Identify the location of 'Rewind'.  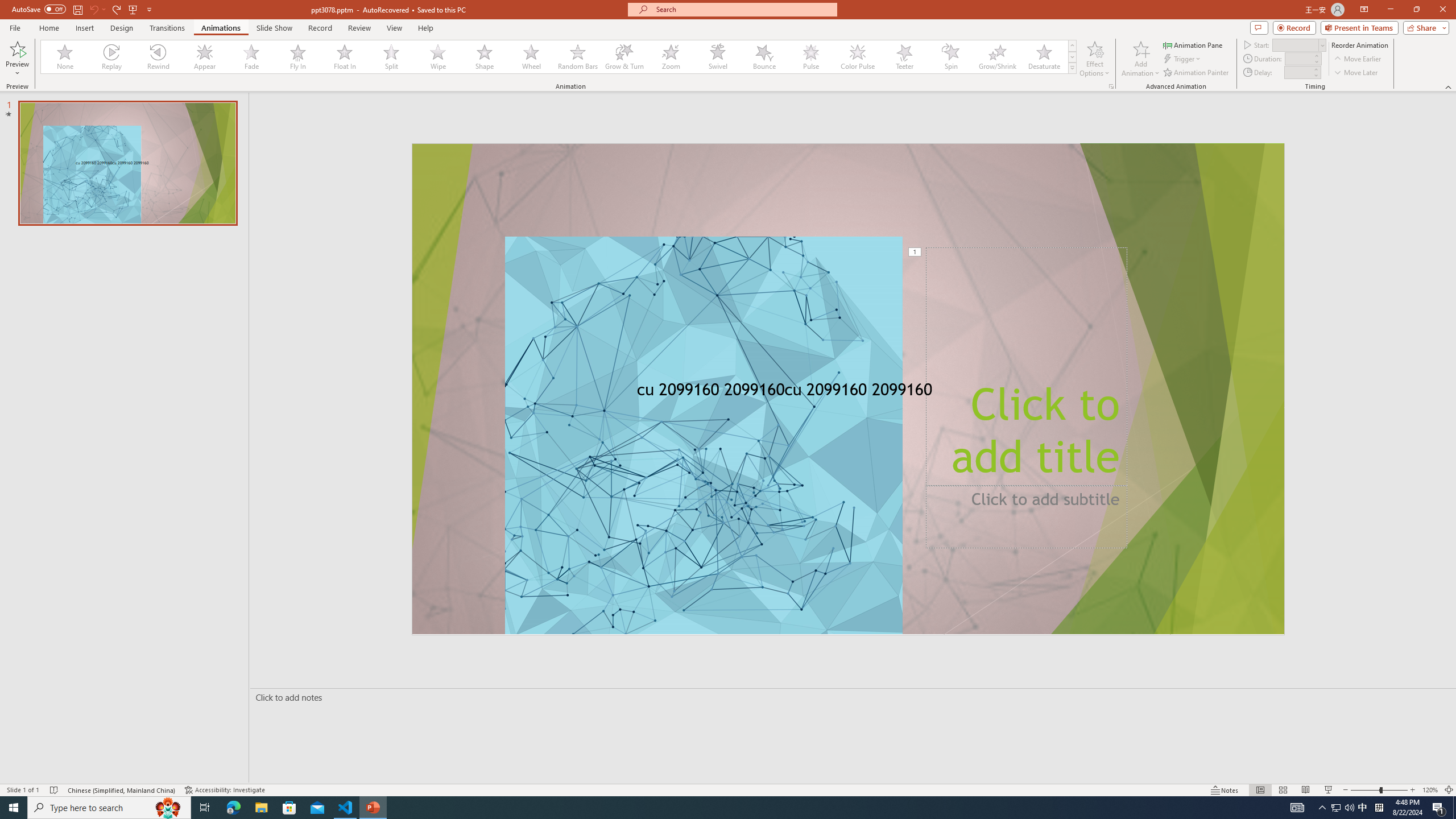
(158, 56).